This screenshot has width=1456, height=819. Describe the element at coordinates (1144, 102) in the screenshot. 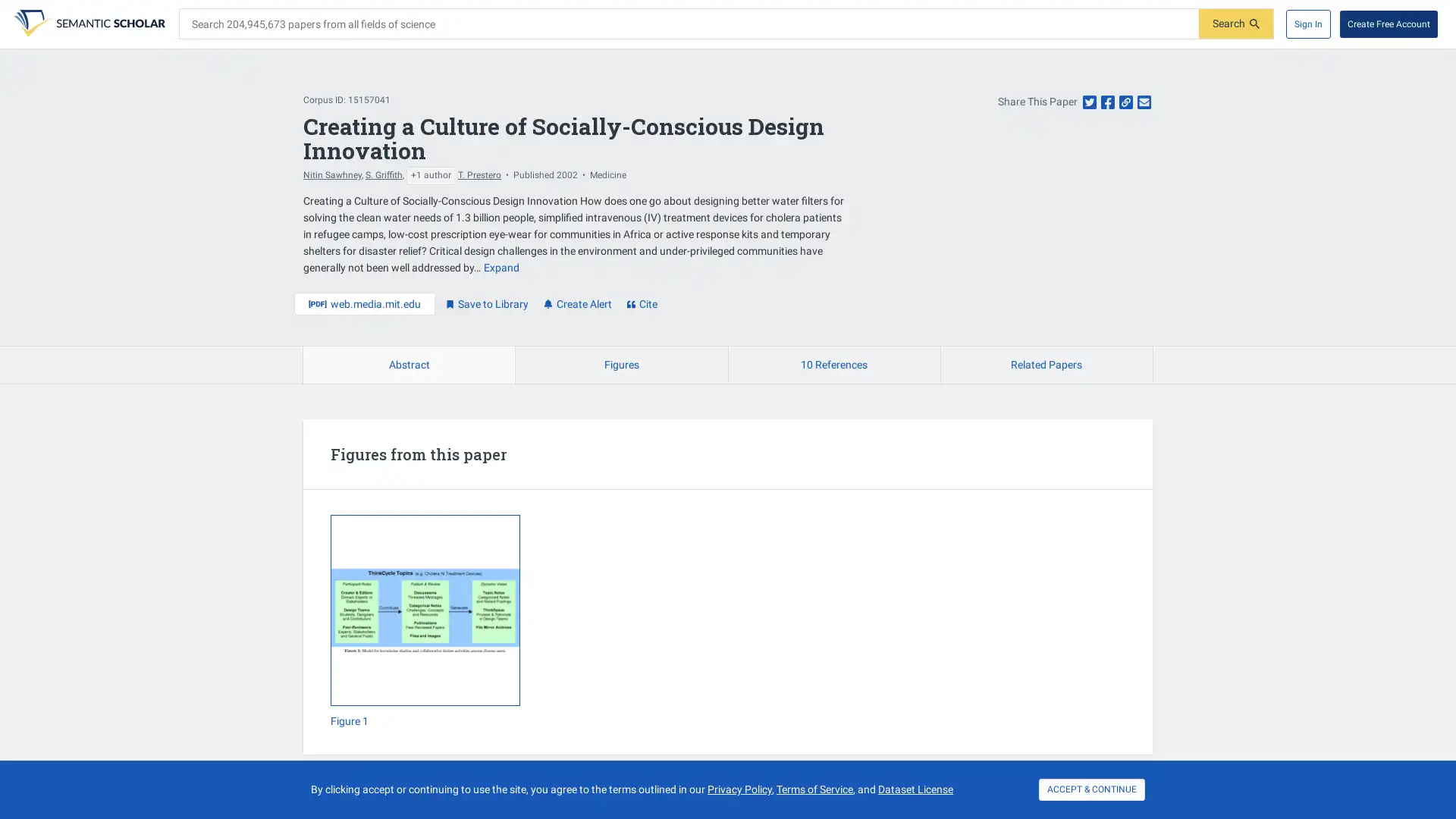

I see `Email paper` at that location.